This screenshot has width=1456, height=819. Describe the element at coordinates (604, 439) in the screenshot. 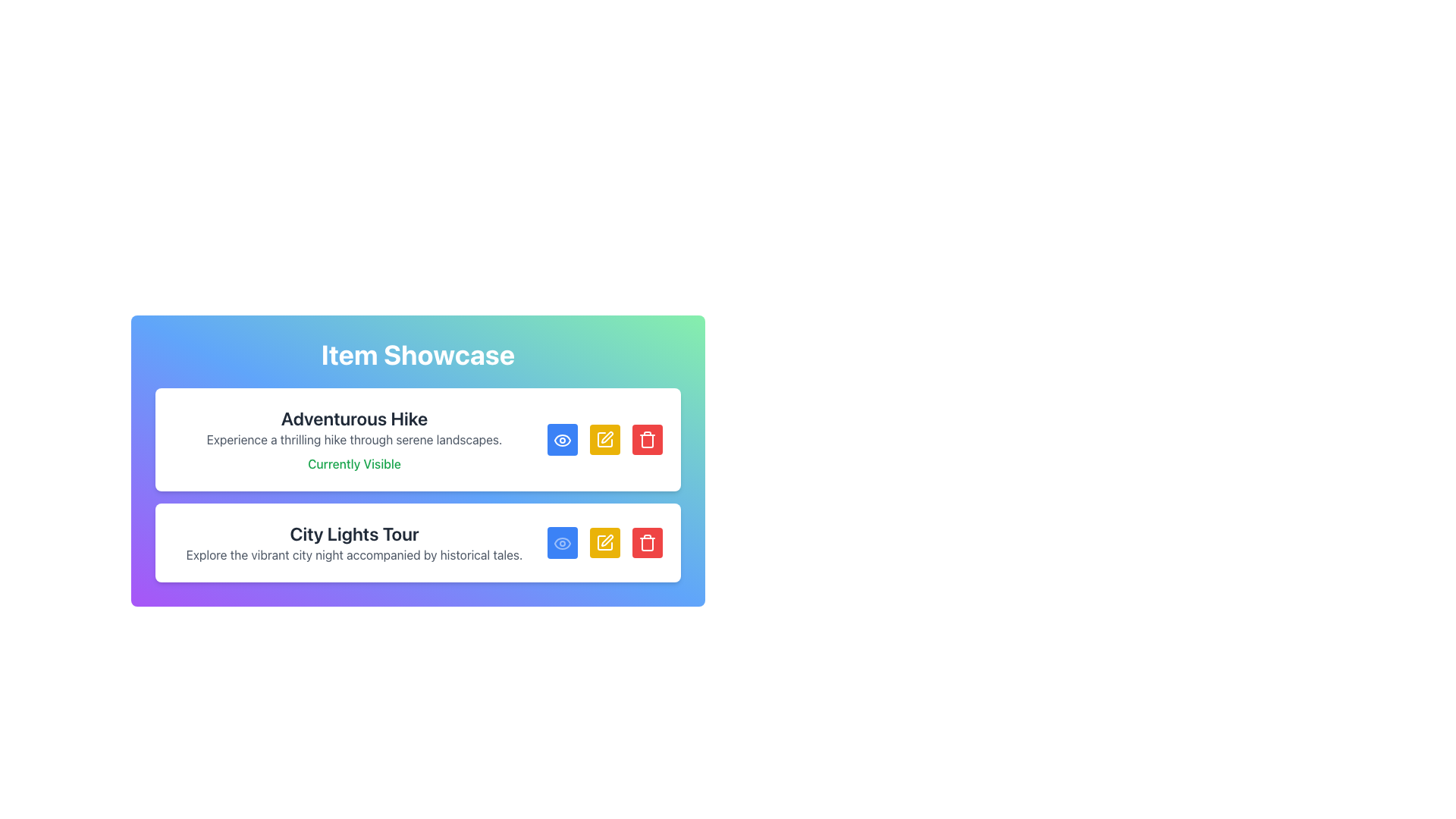

I see `the small square button with a yellow background and a white pencil icon, located above the 'City Lights Tour' elements and to the right of 'Adventurous Hike'` at that location.